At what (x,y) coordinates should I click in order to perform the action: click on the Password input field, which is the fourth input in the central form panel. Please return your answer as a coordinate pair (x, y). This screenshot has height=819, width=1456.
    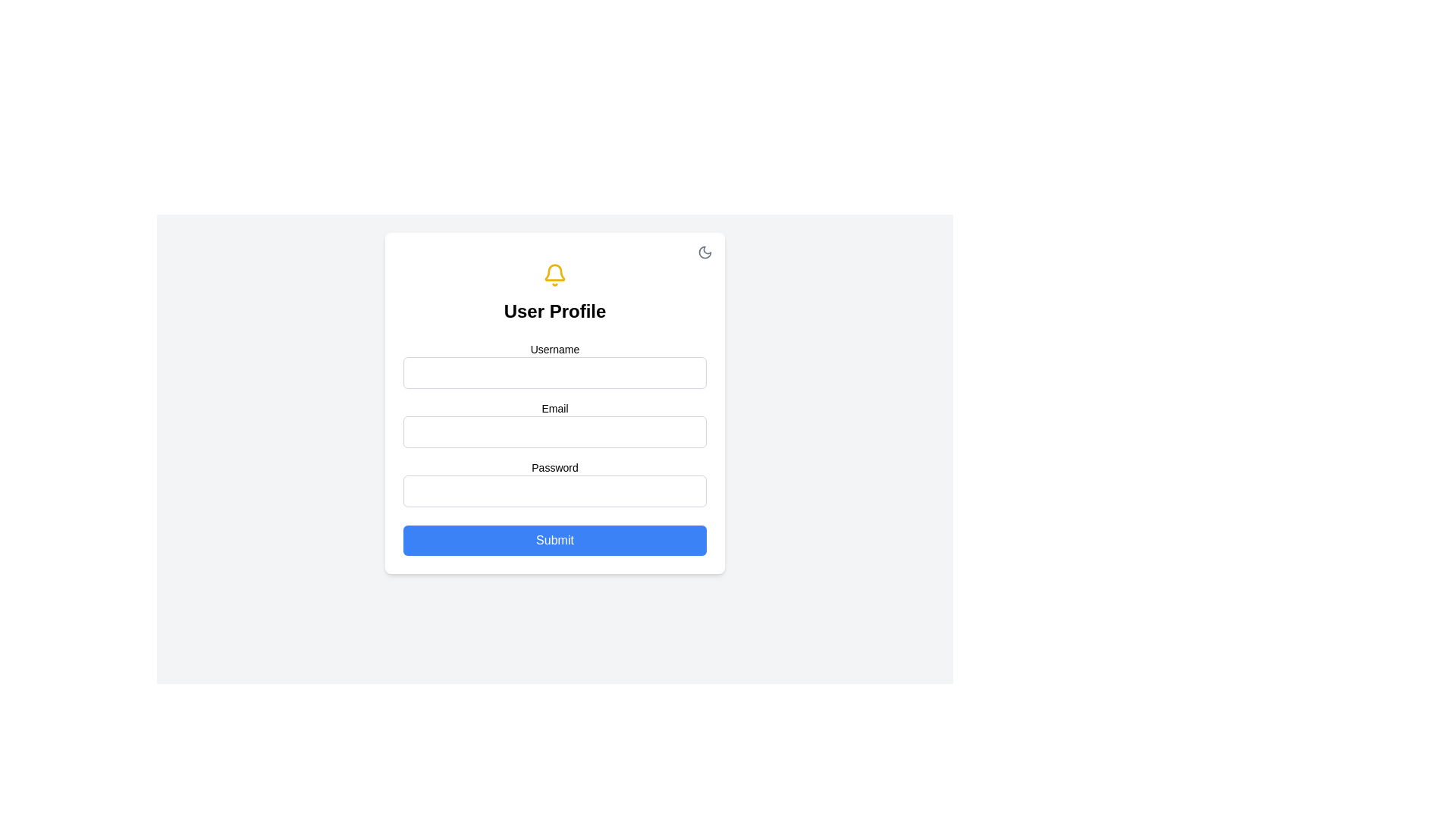
    Looking at the image, I should click on (554, 491).